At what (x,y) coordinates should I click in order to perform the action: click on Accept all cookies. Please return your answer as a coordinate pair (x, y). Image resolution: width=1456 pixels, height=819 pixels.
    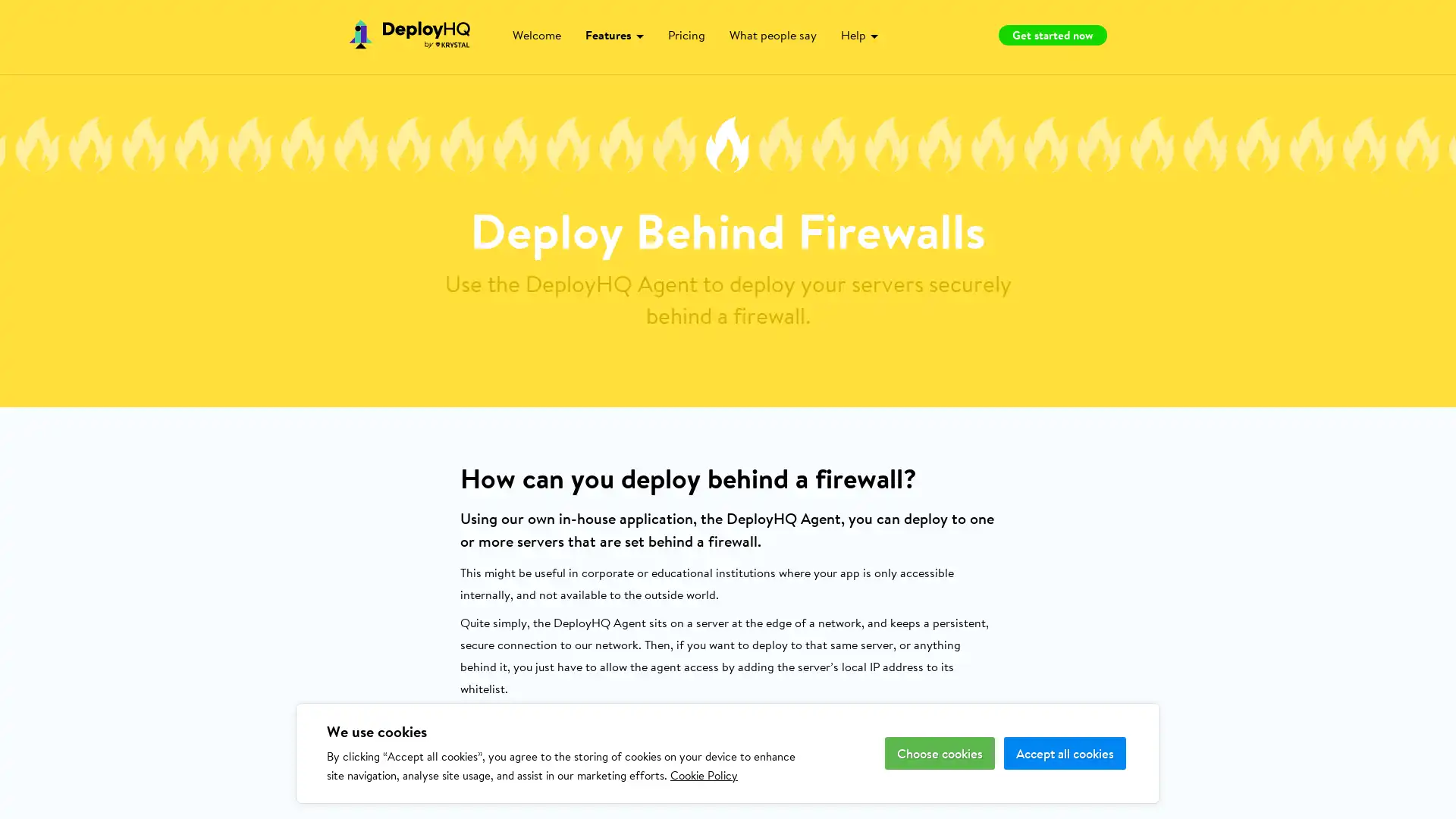
    Looking at the image, I should click on (1064, 753).